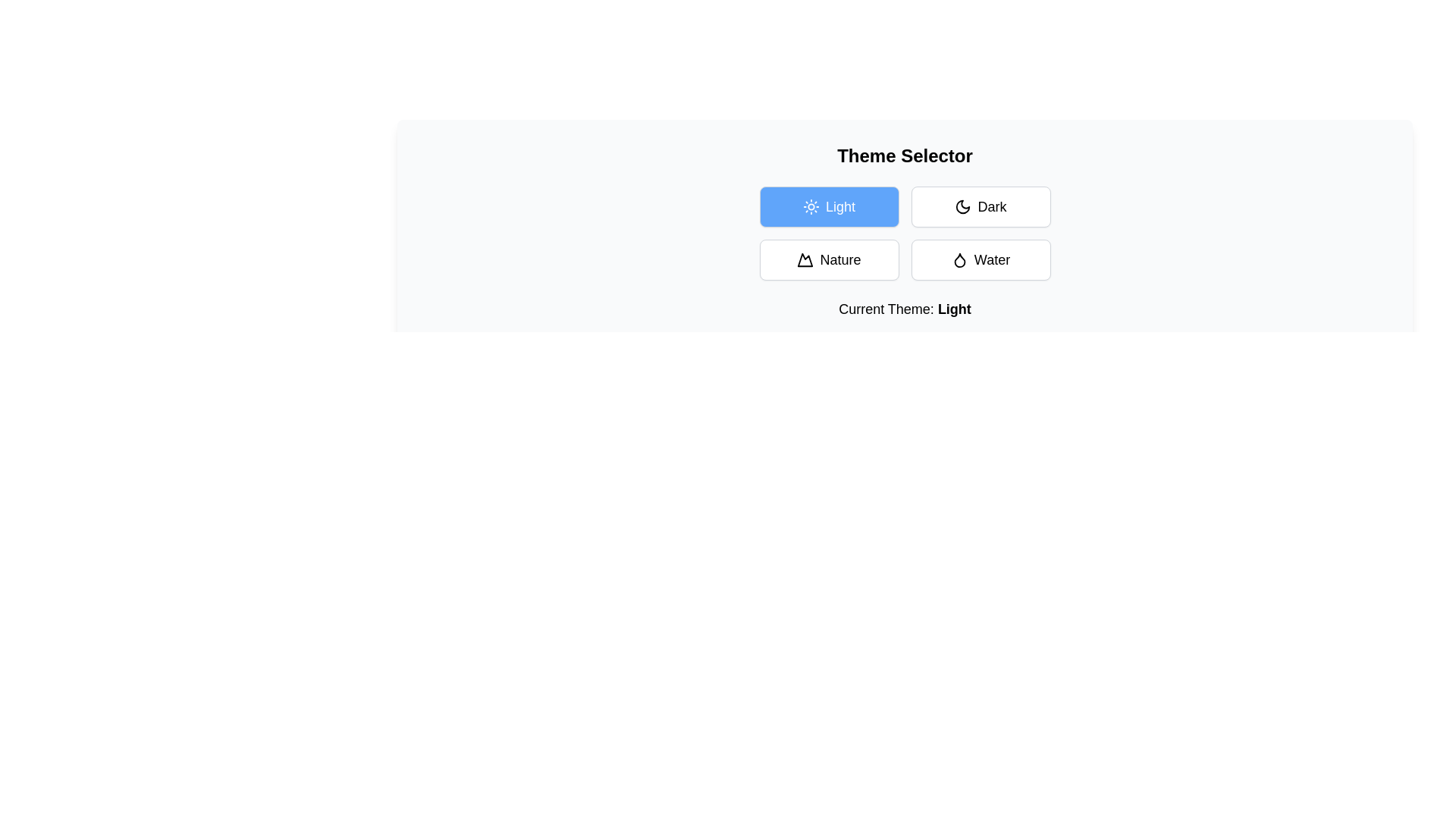 The width and height of the screenshot is (1456, 819). What do you see at coordinates (905, 234) in the screenshot?
I see `the 'Light' button in the Theme Selector grid layout` at bounding box center [905, 234].